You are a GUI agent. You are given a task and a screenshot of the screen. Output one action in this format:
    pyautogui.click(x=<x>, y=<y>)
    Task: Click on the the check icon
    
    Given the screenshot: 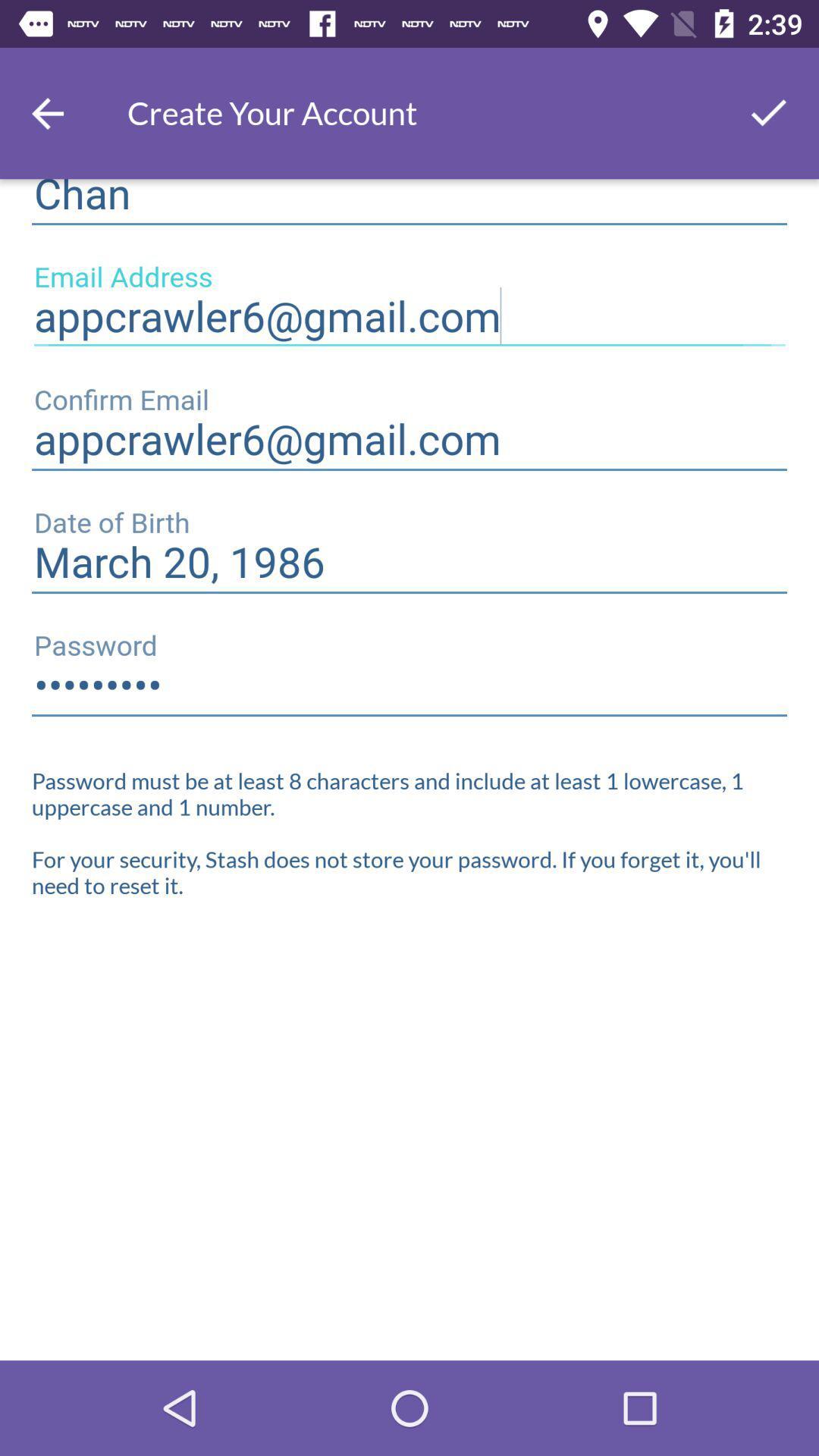 What is the action you would take?
    pyautogui.click(x=769, y=112)
    